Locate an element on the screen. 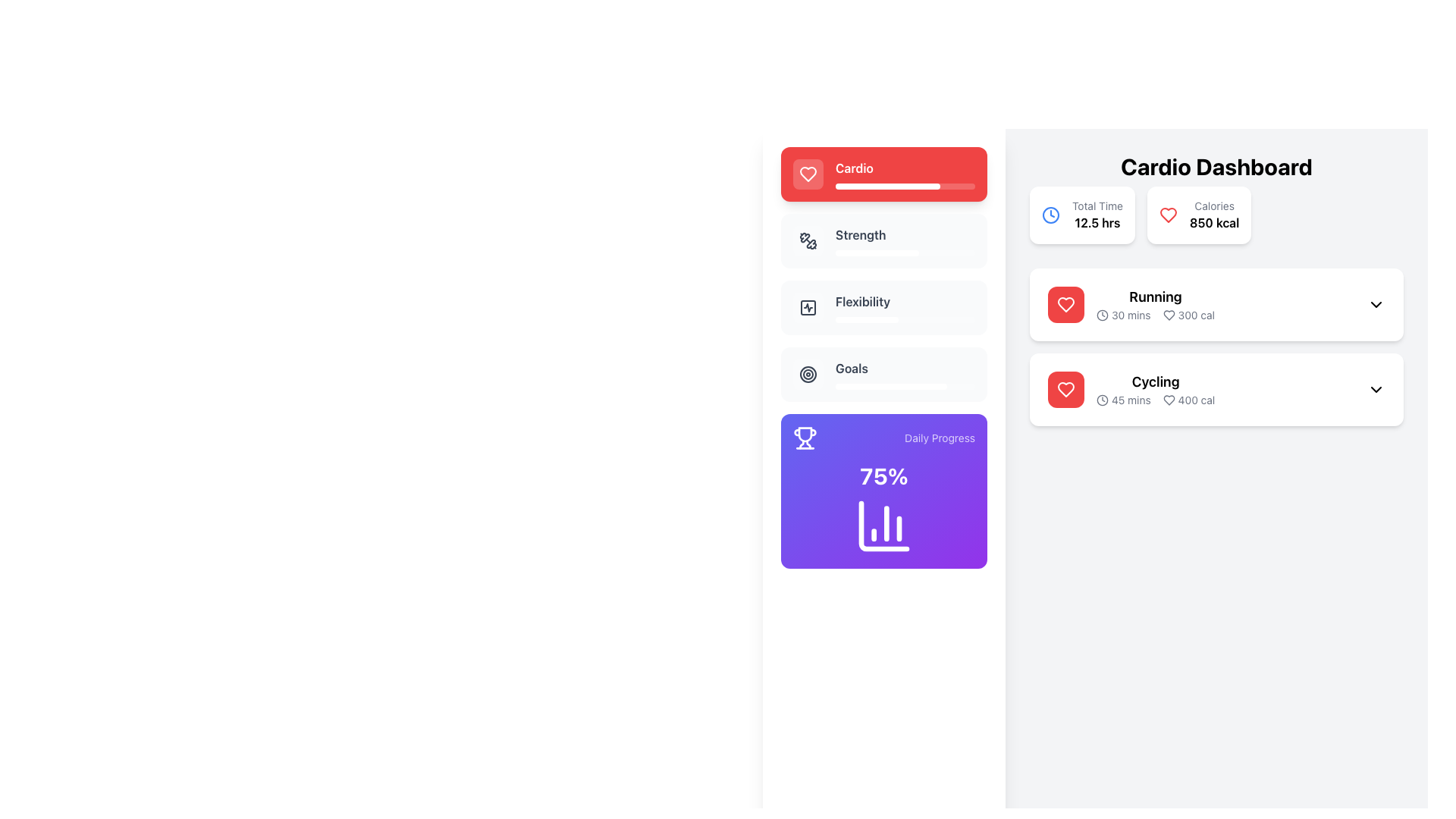 The width and height of the screenshot is (1456, 819). the progress state of the horizontal progress bar located below the 'Flexibility' heading in the sidebar, which has a white background and a filled portion indicating progress is located at coordinates (905, 318).